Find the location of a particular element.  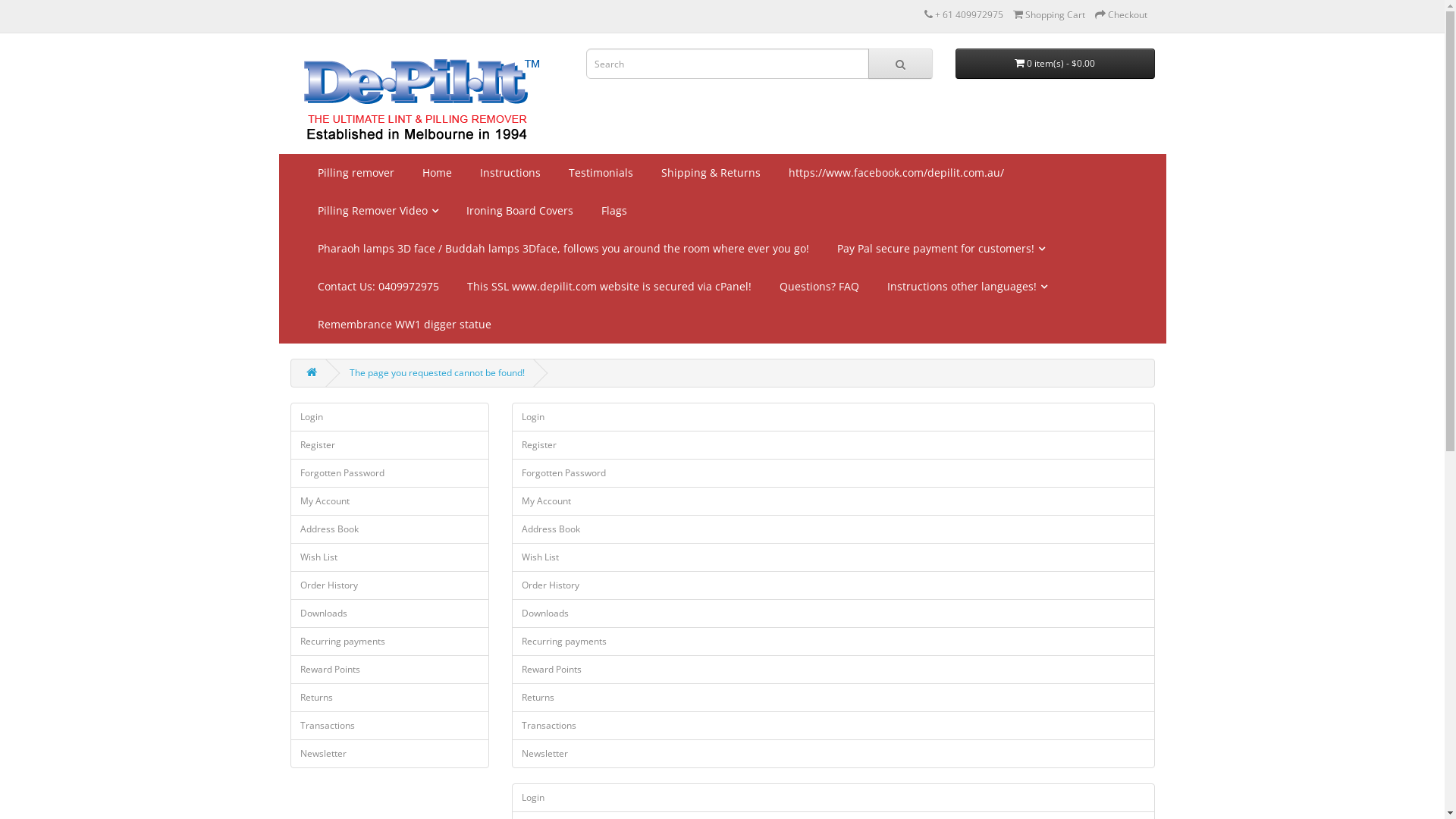

'Contact Us: 0409972975' is located at coordinates (302, 287).